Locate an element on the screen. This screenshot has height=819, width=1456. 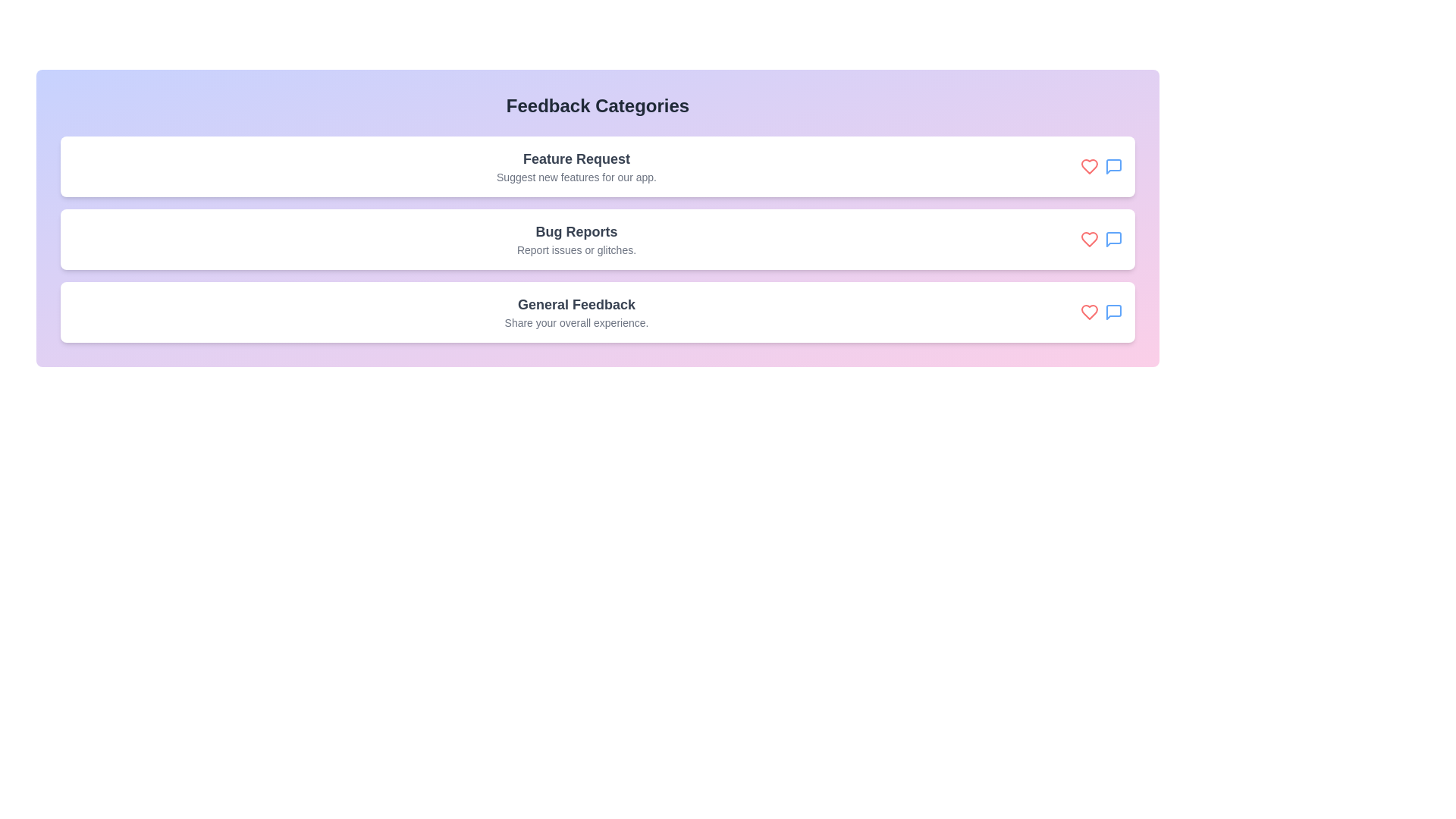
the like icon for the feedback category General Feedback is located at coordinates (1088, 312).